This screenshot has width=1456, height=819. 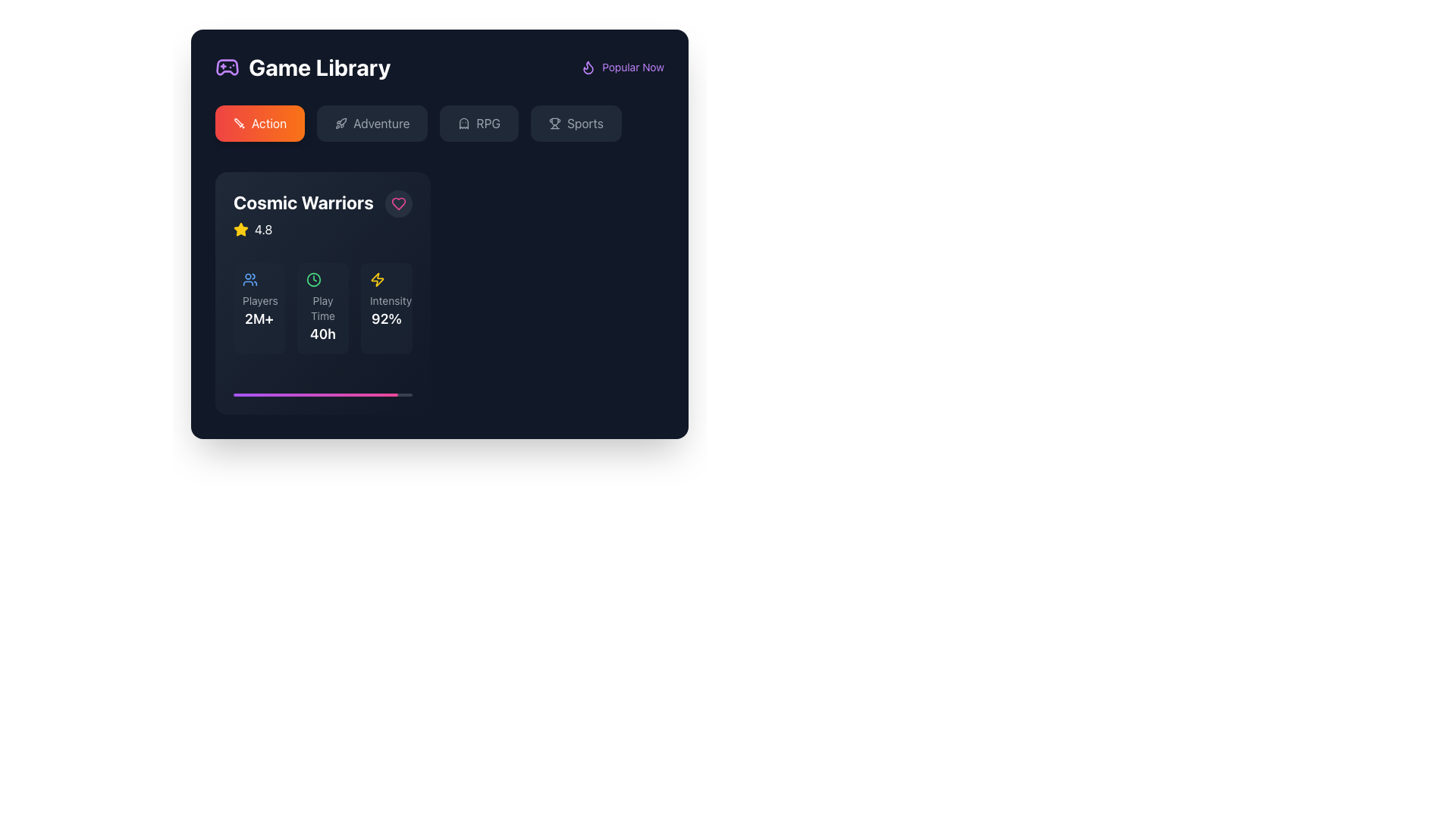 I want to click on rating score displayed next to the yellow star icon in the 'Cosmic Warriors' section, so click(x=263, y=230).